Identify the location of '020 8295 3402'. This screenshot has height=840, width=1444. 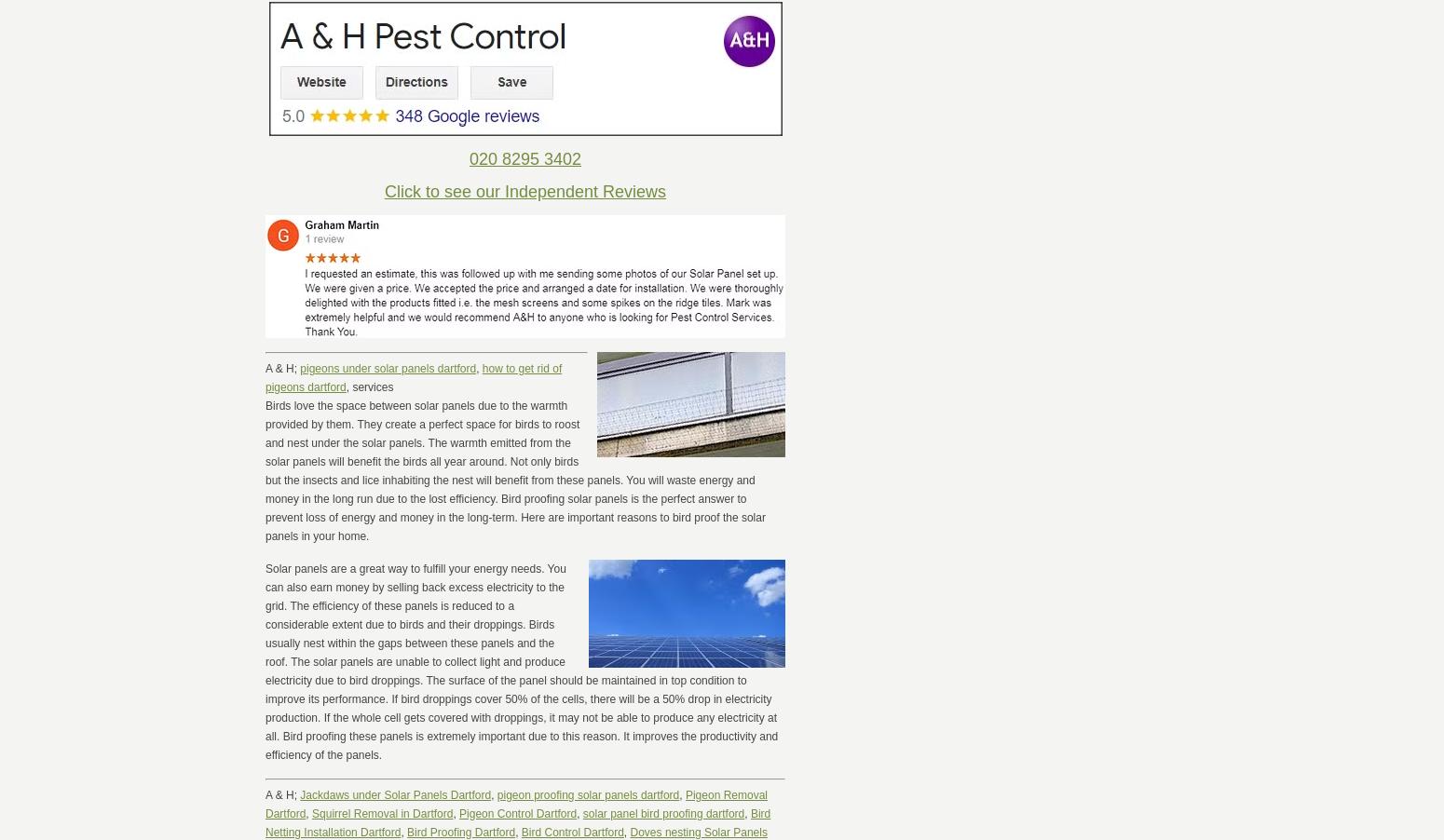
(524, 157).